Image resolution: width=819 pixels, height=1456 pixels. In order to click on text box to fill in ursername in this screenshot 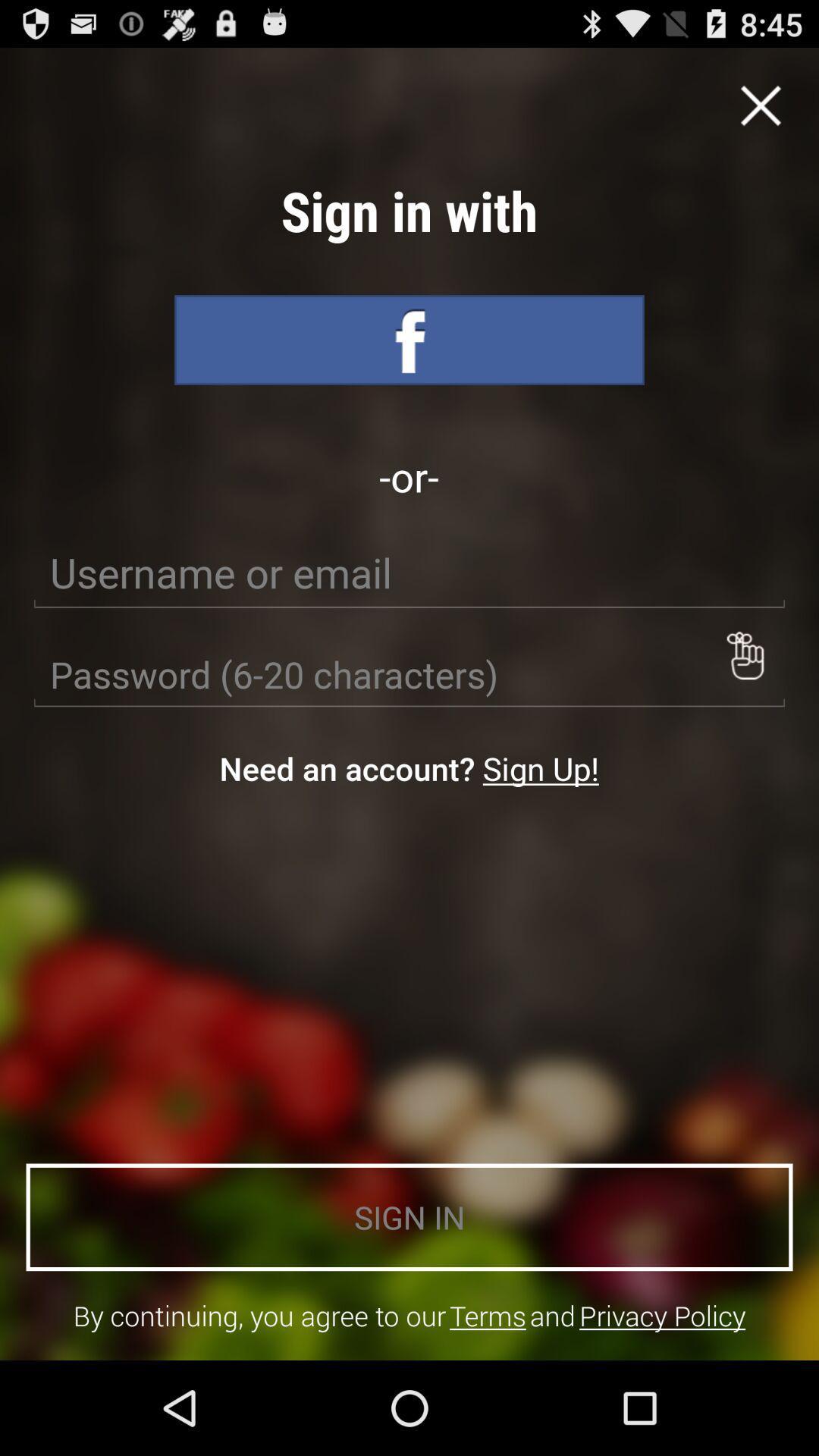, I will do `click(409, 572)`.